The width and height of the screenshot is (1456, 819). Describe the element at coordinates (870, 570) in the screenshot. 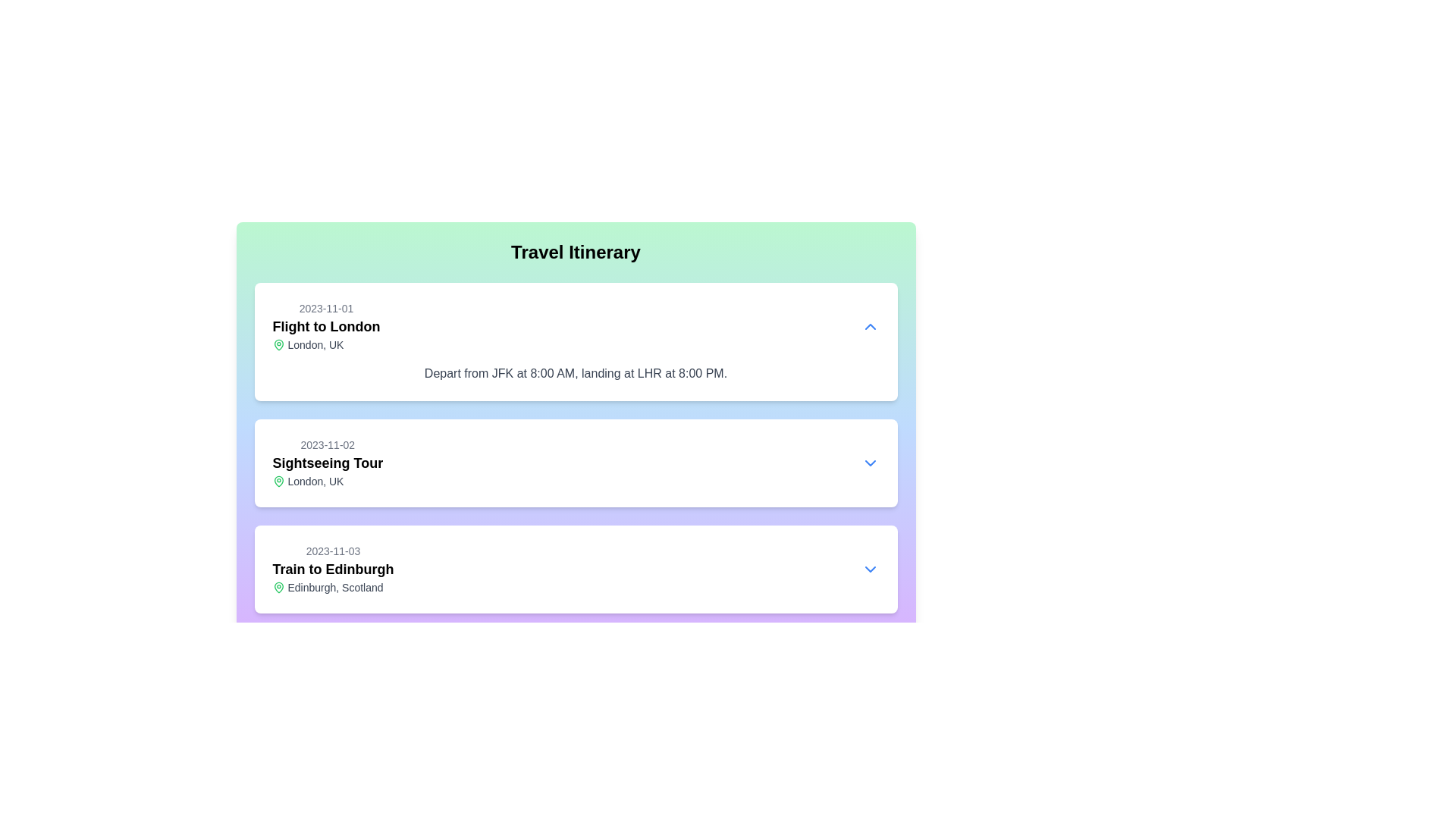

I see `the Dropdown toggle icon located at the bottom-right corner of the 'Train to Edinburgh' section to change its color` at that location.